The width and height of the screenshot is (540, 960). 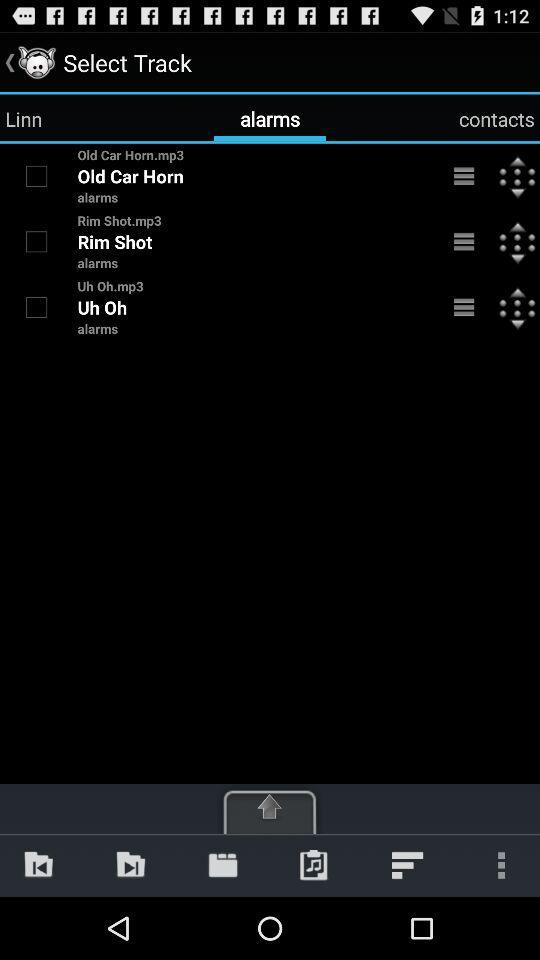 What do you see at coordinates (464, 307) in the screenshot?
I see `details` at bounding box center [464, 307].